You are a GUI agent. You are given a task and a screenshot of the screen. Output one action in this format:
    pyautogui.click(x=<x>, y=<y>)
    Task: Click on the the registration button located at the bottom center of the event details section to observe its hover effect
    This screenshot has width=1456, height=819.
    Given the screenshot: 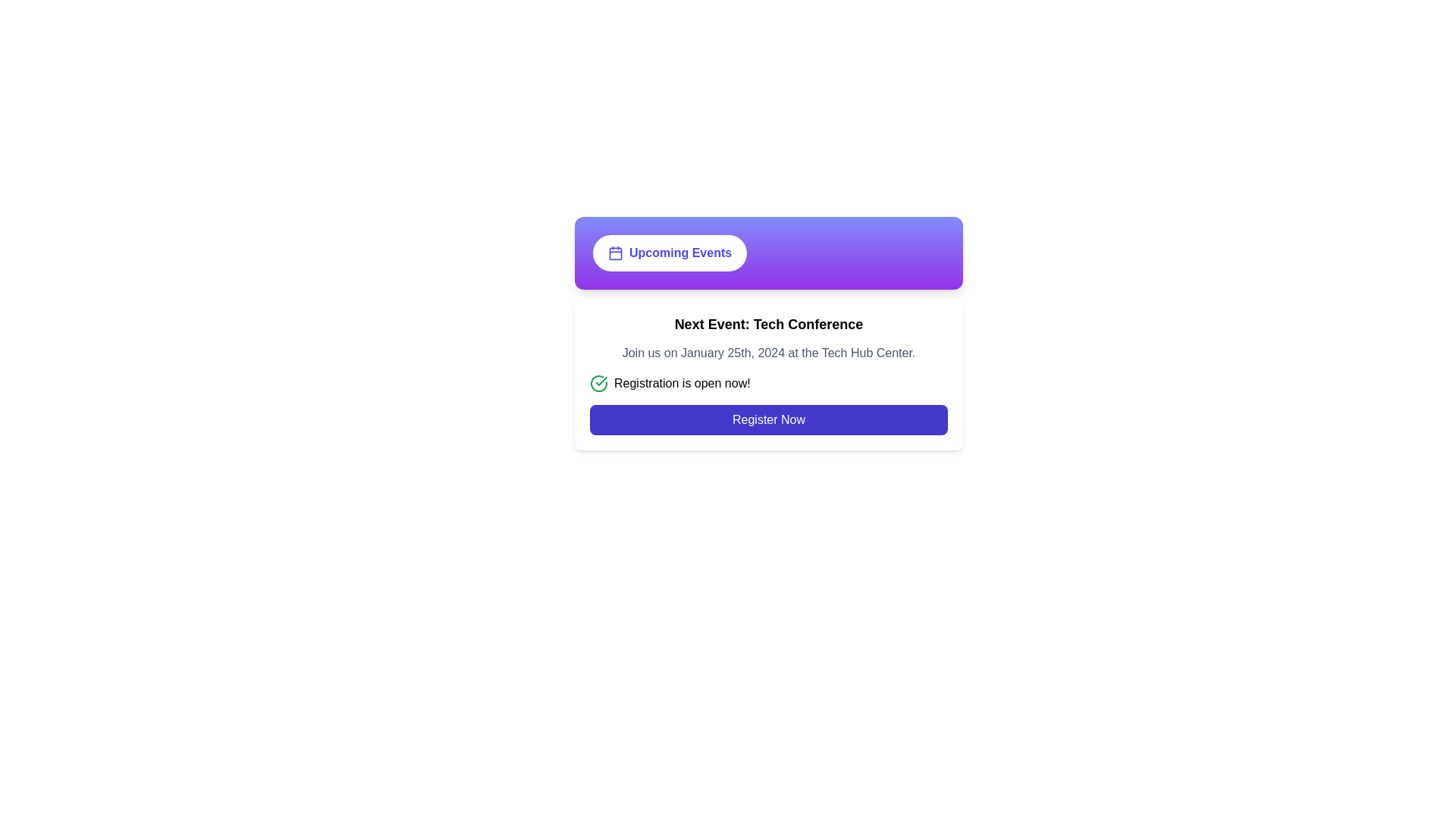 What is the action you would take?
    pyautogui.click(x=768, y=420)
    